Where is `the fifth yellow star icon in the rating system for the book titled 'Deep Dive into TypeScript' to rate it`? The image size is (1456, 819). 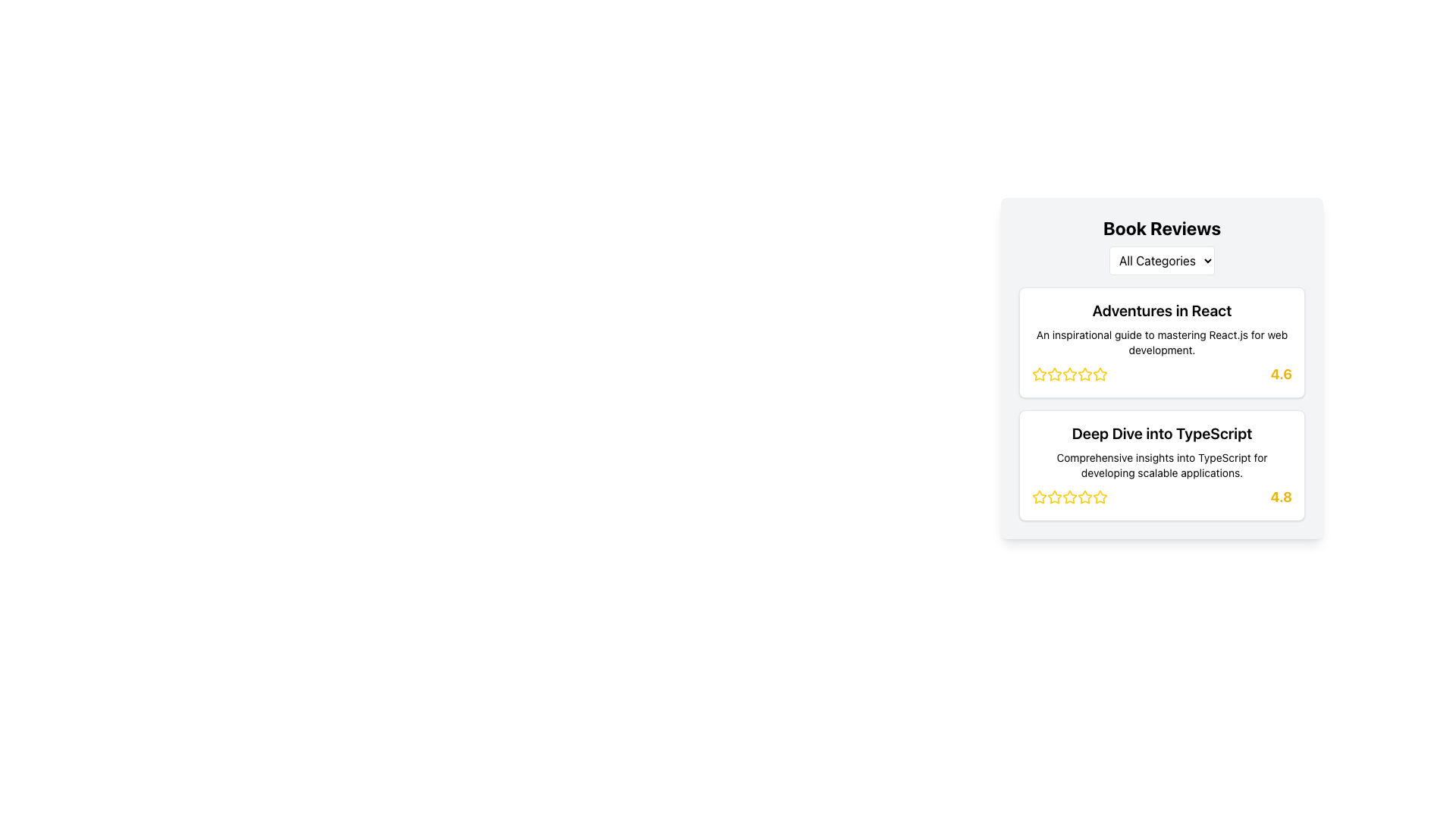
the fifth yellow star icon in the rating system for the book titled 'Deep Dive into TypeScript' to rate it is located at coordinates (1069, 497).